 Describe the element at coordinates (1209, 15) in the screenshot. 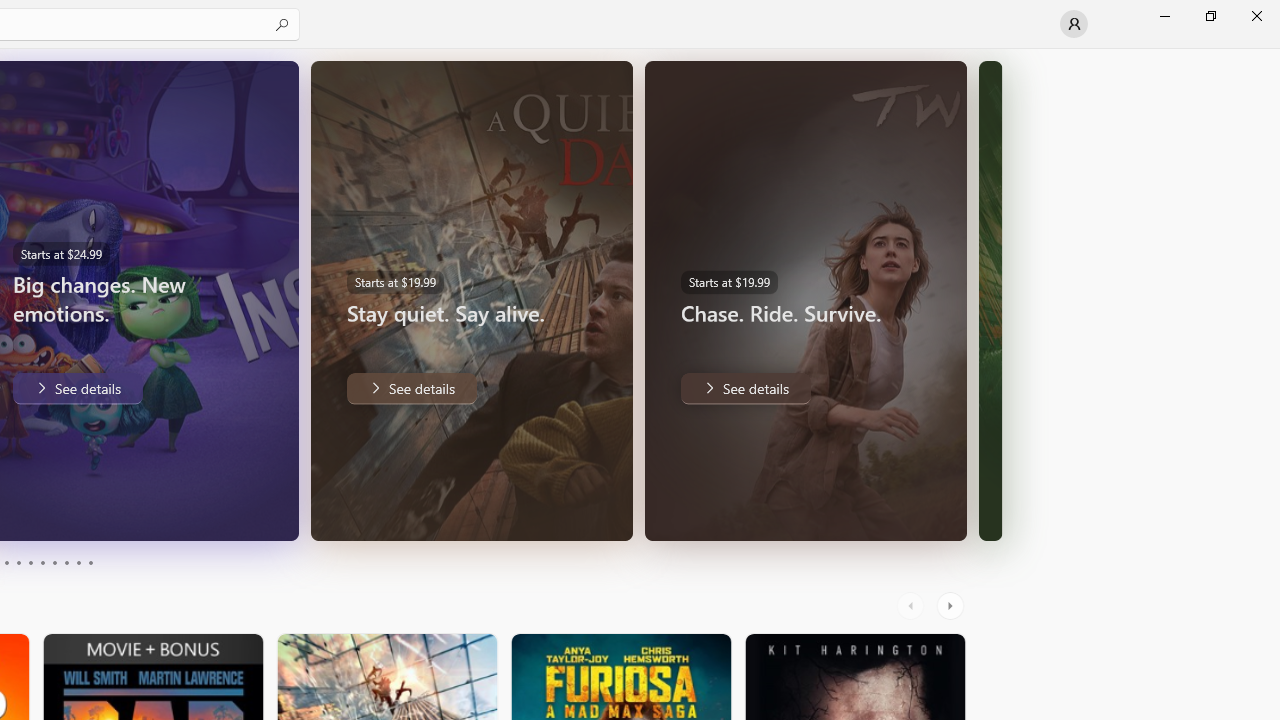

I see `'Restore Microsoft Store'` at that location.